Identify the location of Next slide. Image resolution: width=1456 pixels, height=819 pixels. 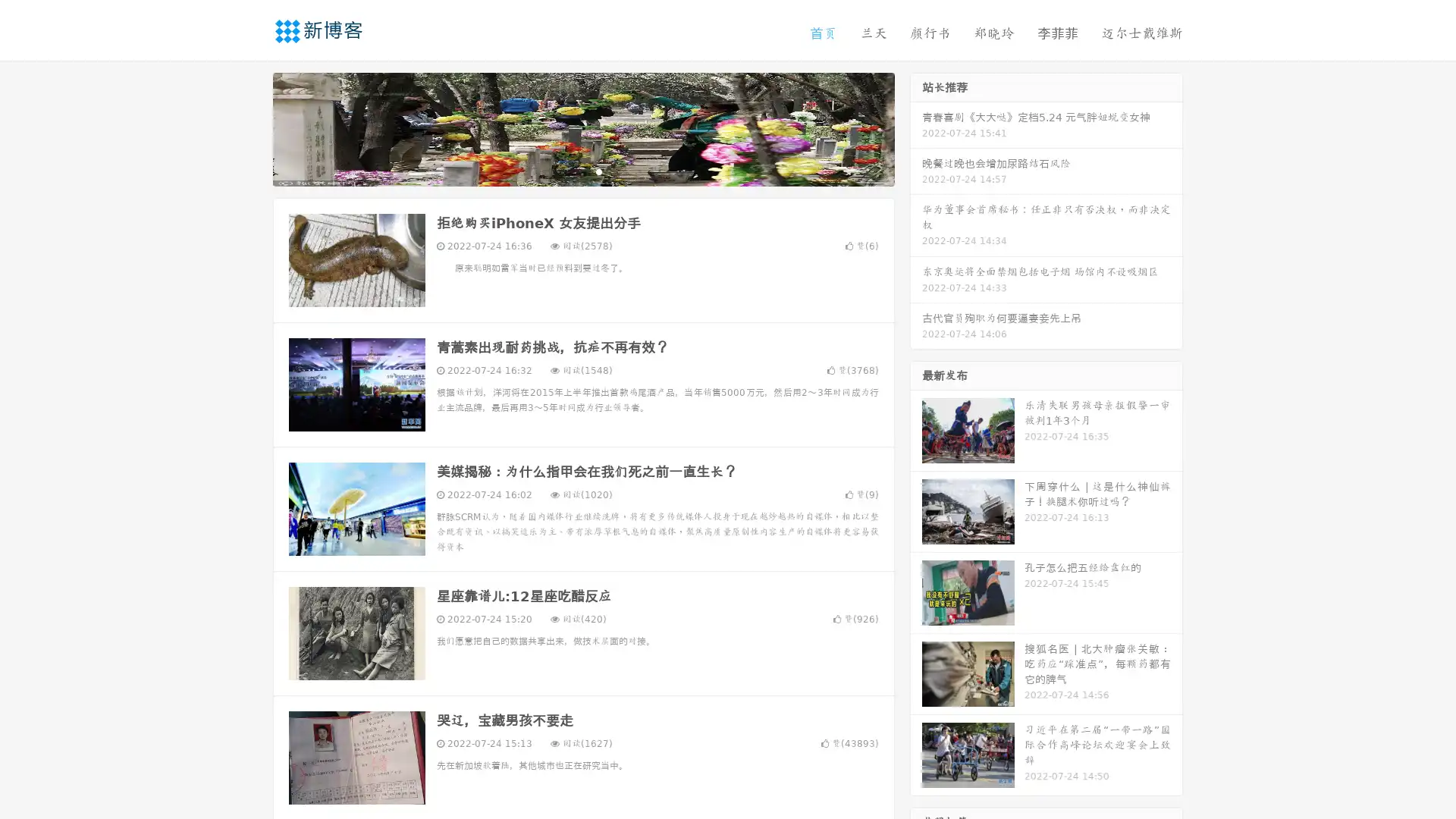
(916, 127).